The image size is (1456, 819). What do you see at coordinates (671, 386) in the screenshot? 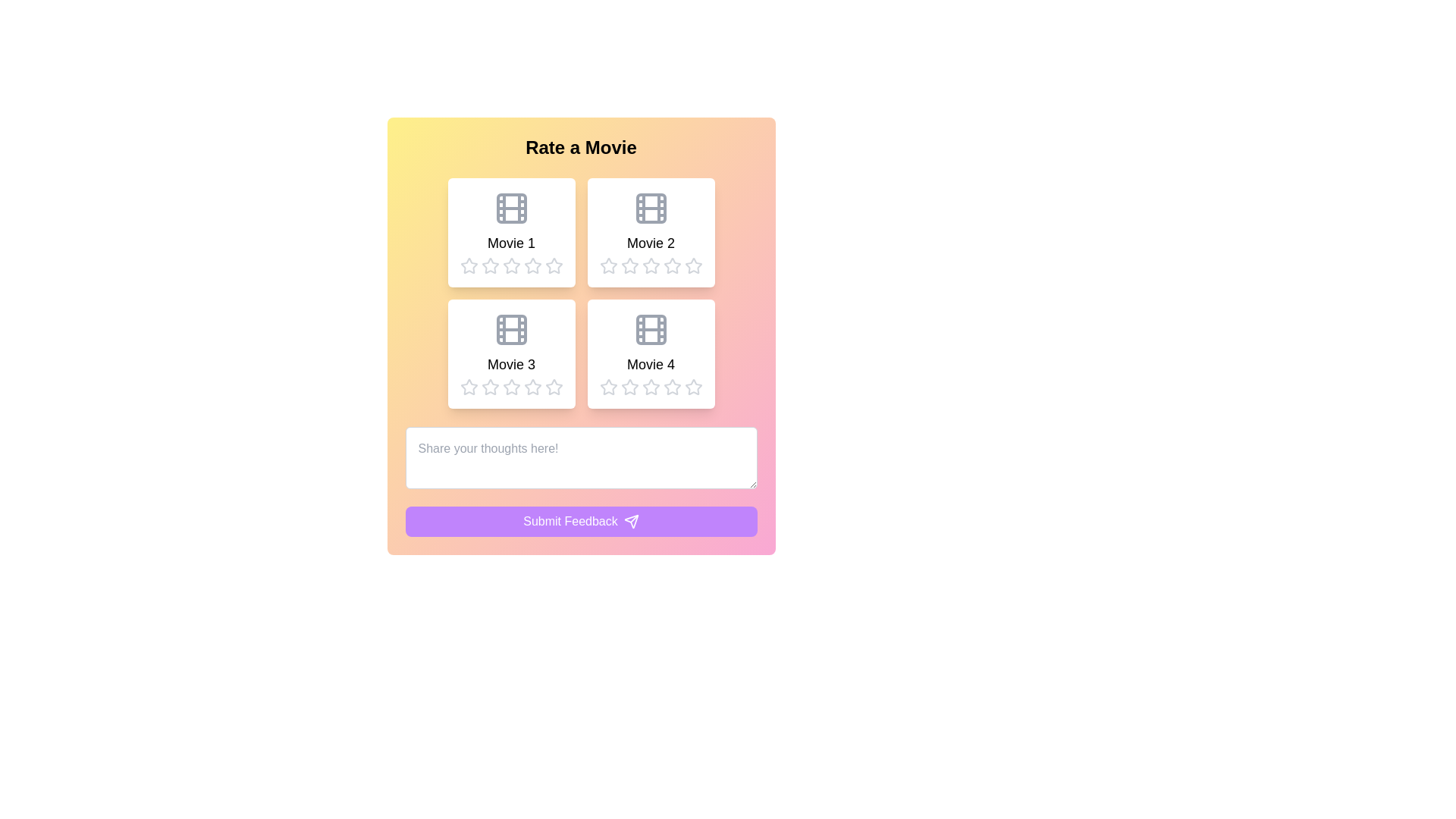
I see `the third star icon` at bounding box center [671, 386].